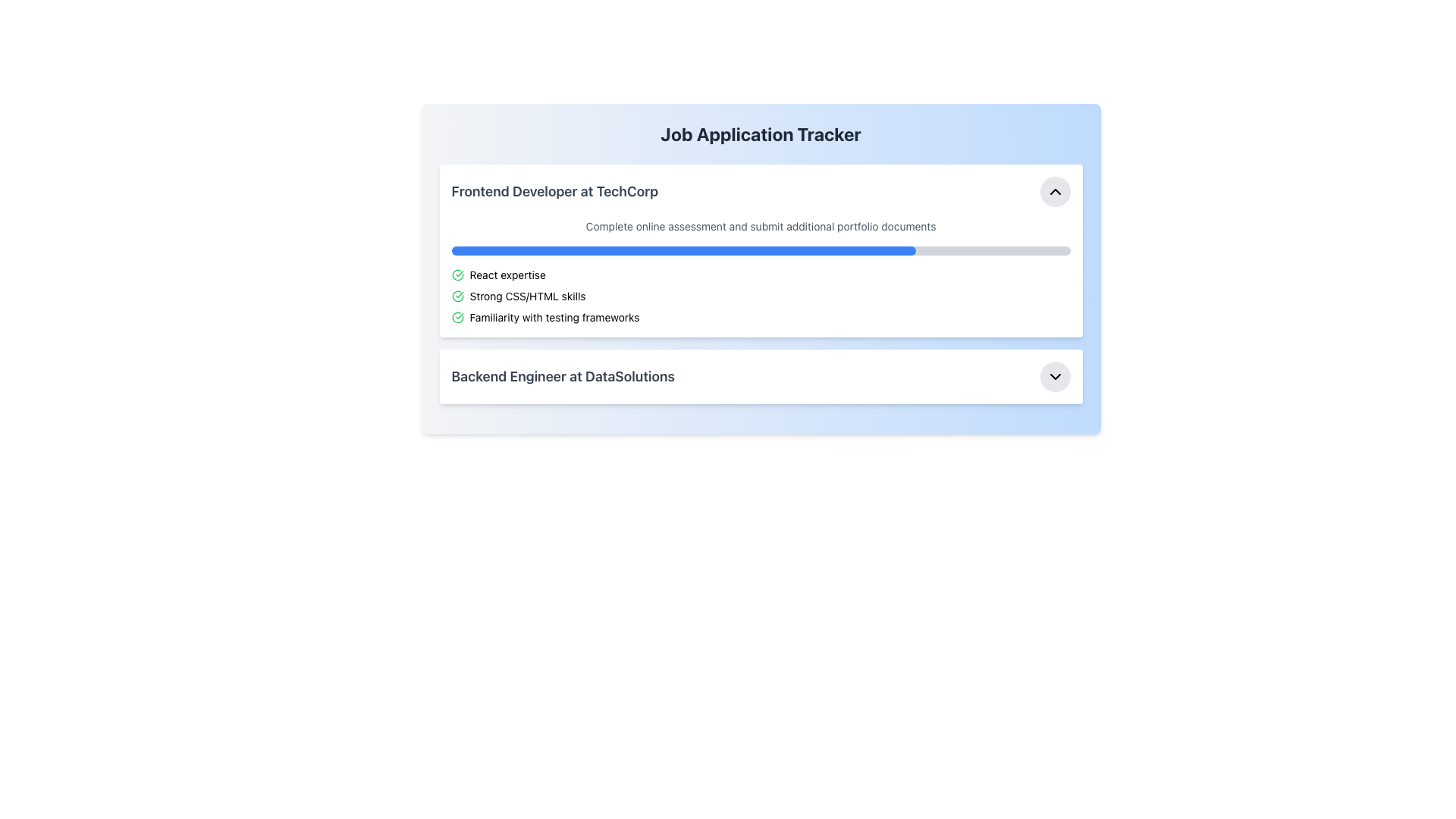 This screenshot has height=819, width=1456. Describe the element at coordinates (761, 250) in the screenshot. I see `the progress bar that indicates the completion status of the online assessment, situated below the text 'Complete online assessment and submit additional portfolio documents'` at that location.